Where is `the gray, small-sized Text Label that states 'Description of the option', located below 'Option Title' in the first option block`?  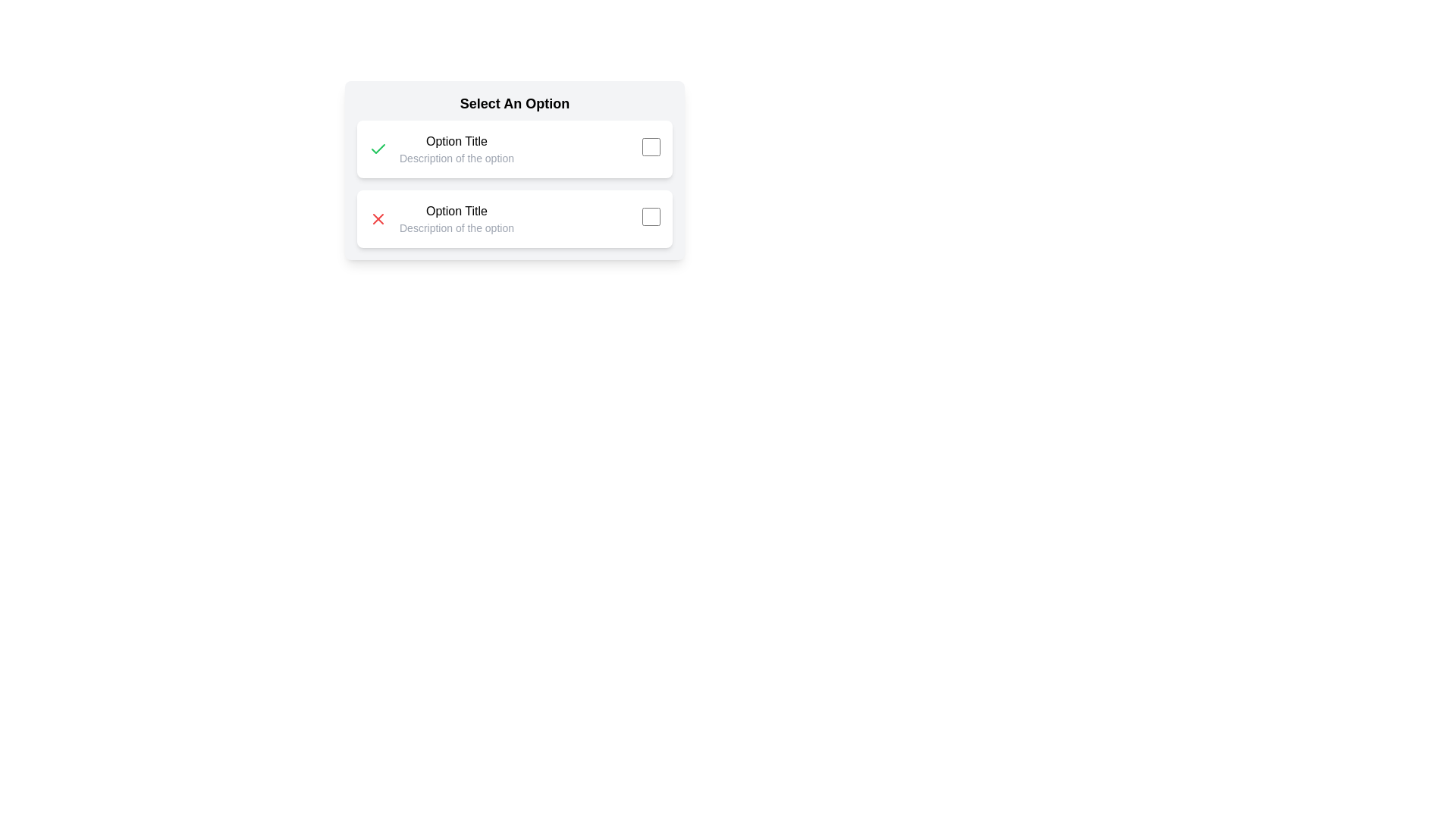
the gray, small-sized Text Label that states 'Description of the option', located below 'Option Title' in the first option block is located at coordinates (456, 158).